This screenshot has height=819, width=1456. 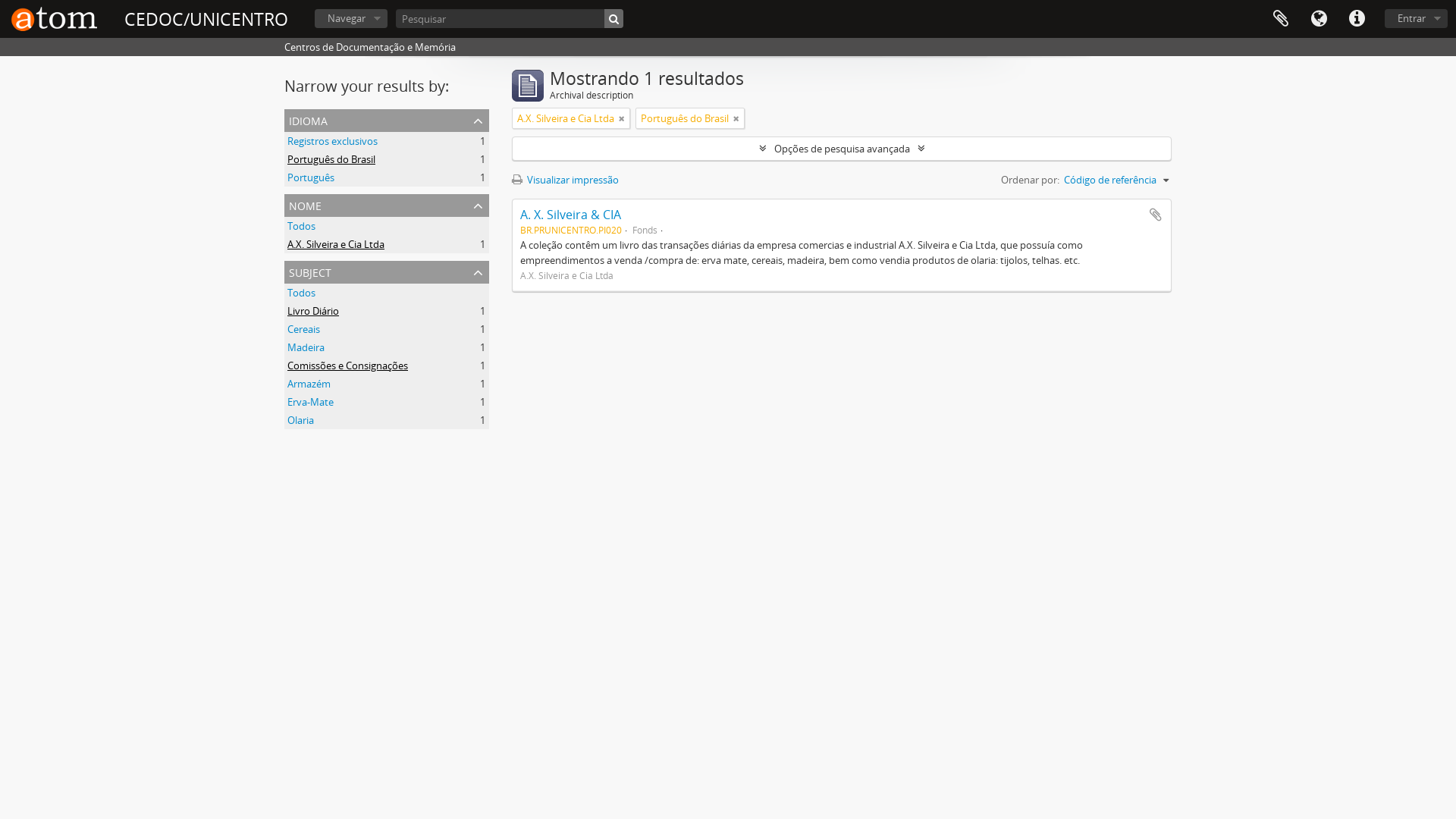 I want to click on 'CEDOC/UNICENTRO', so click(x=206, y=19).